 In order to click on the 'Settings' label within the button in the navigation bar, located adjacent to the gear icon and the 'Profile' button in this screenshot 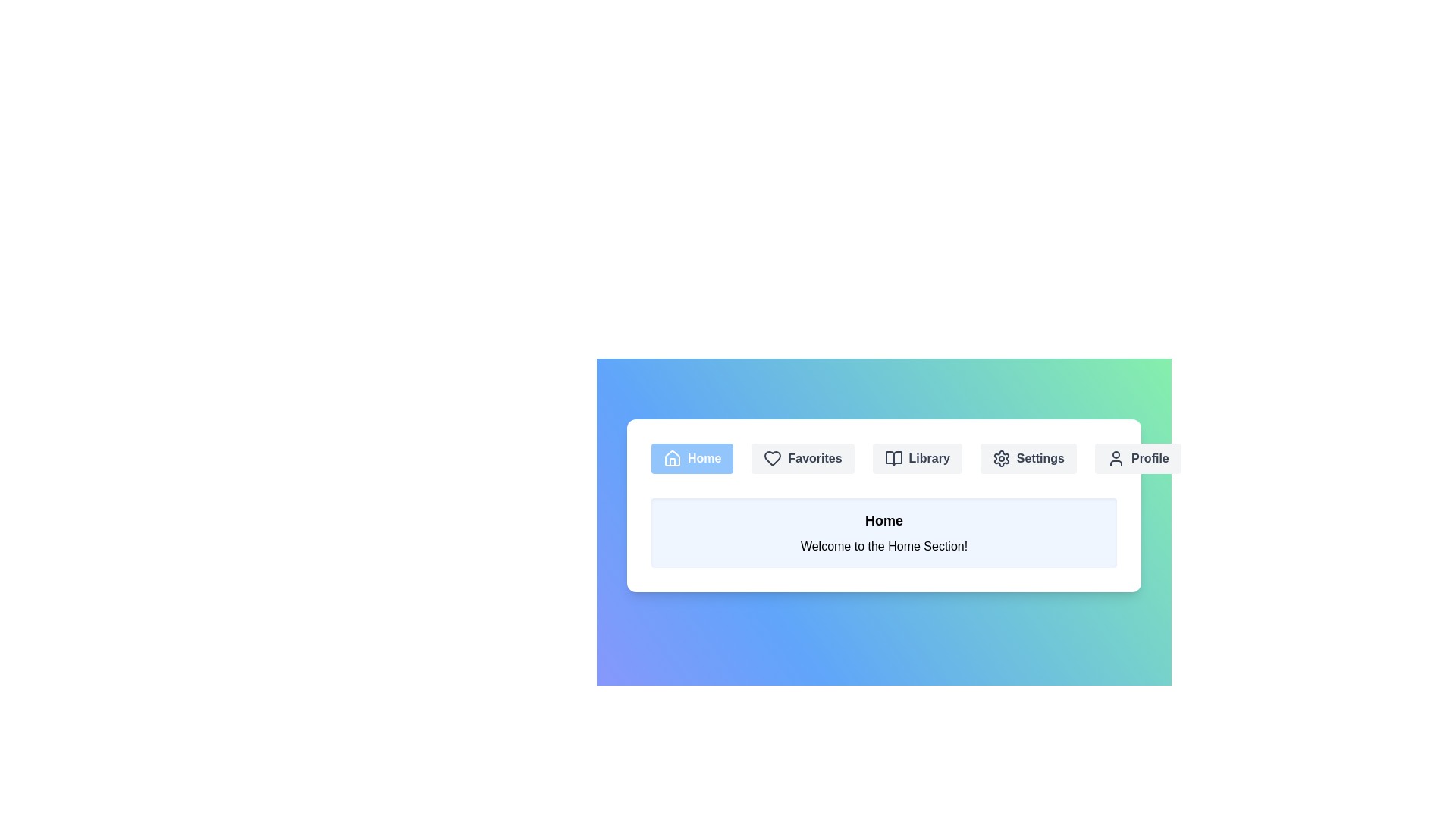, I will do `click(1040, 458)`.